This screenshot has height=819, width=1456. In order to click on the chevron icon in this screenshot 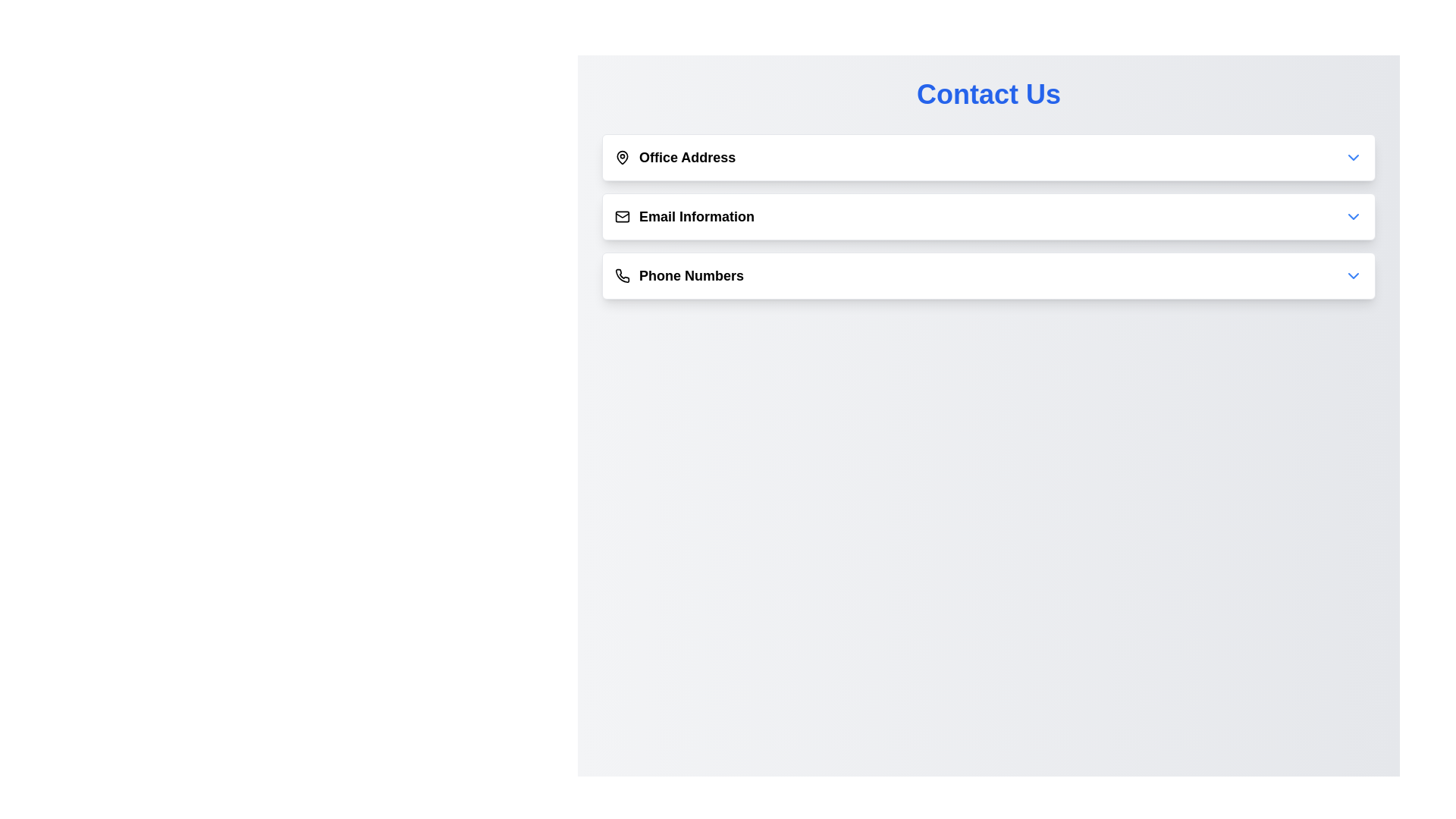, I will do `click(1354, 158)`.